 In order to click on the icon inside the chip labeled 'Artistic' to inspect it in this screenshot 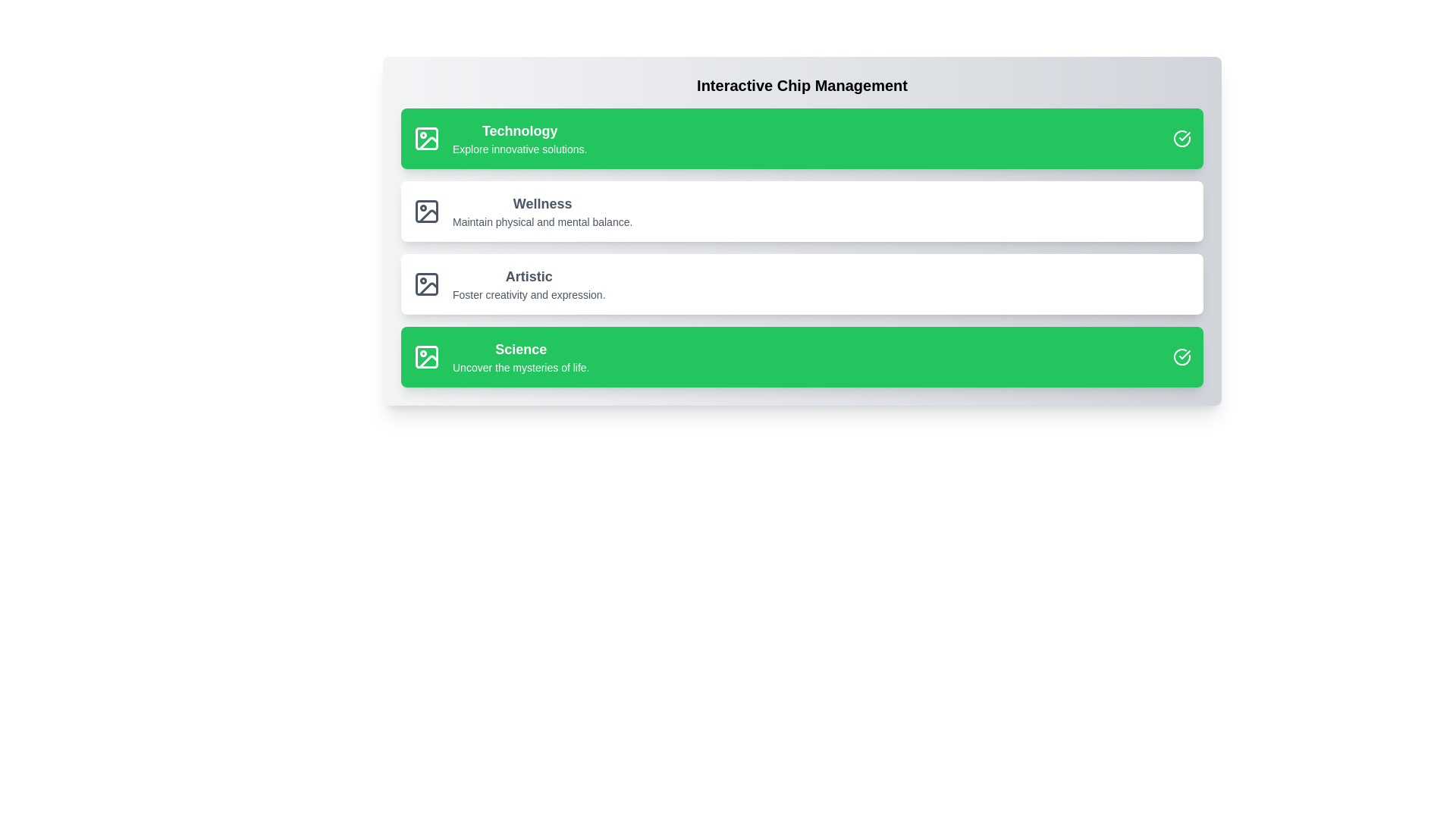, I will do `click(425, 284)`.